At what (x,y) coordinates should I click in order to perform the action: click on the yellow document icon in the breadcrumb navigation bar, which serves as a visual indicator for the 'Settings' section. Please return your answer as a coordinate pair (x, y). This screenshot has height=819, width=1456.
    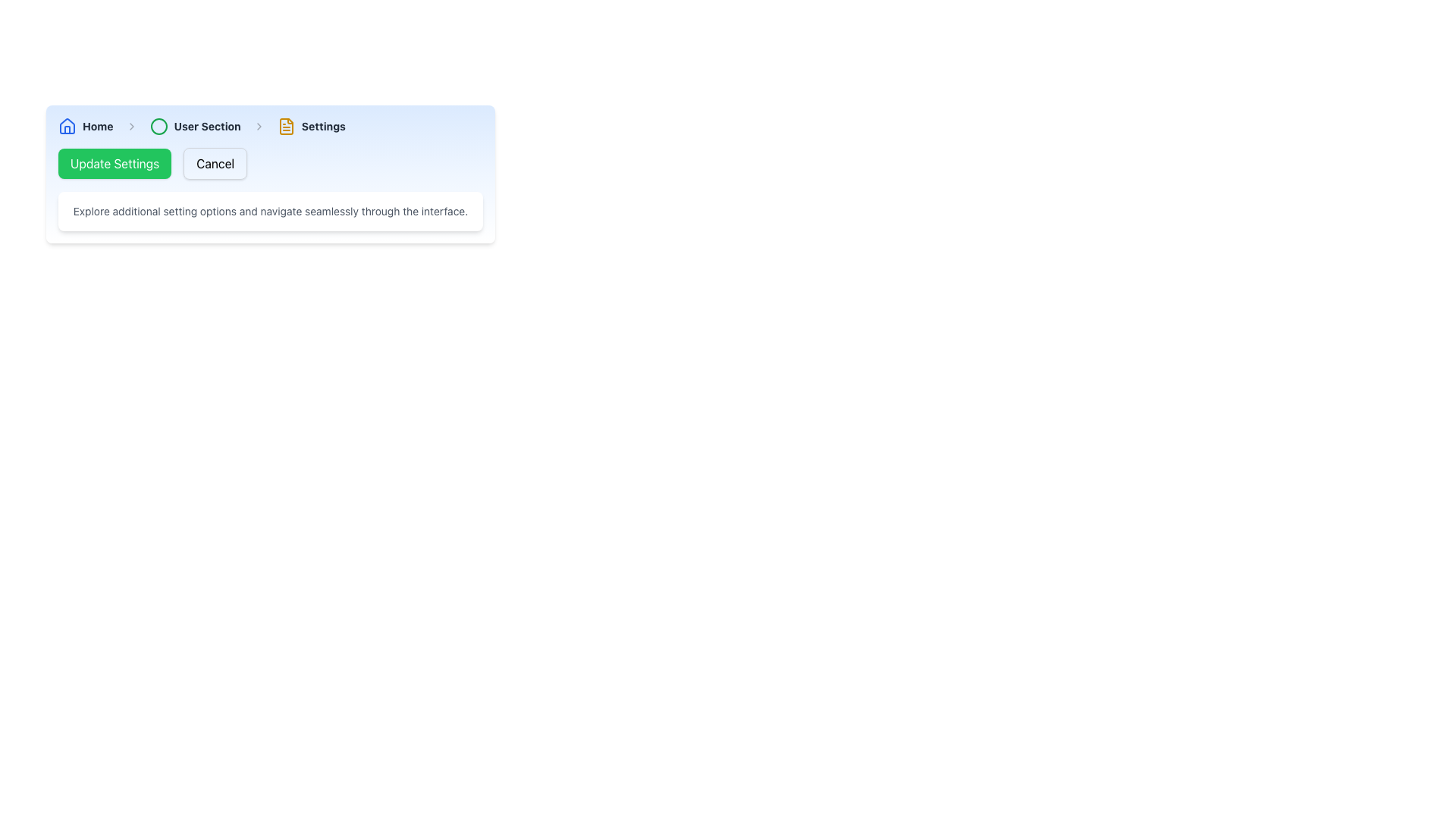
    Looking at the image, I should click on (286, 125).